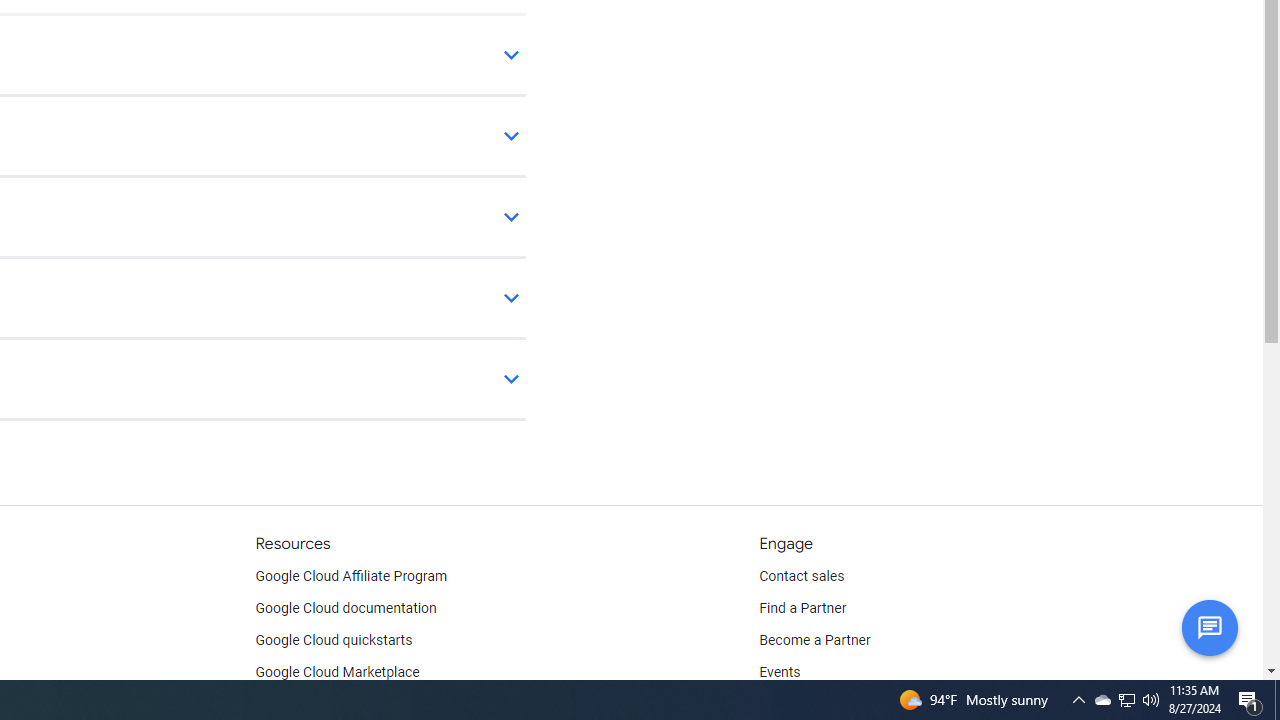 The image size is (1280, 720). Describe the element at coordinates (345, 608) in the screenshot. I see `'Google Cloud documentation'` at that location.